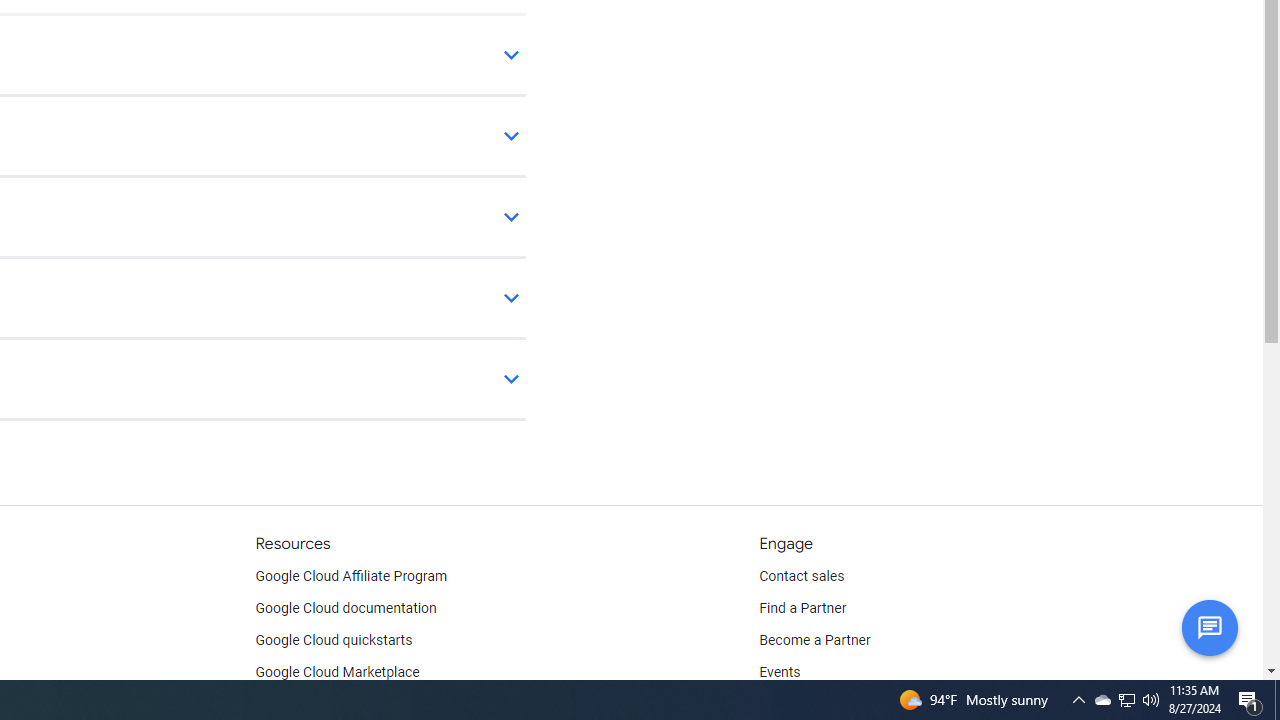 The image size is (1280, 720). Describe the element at coordinates (345, 608) in the screenshot. I see `'Google Cloud documentation'` at that location.